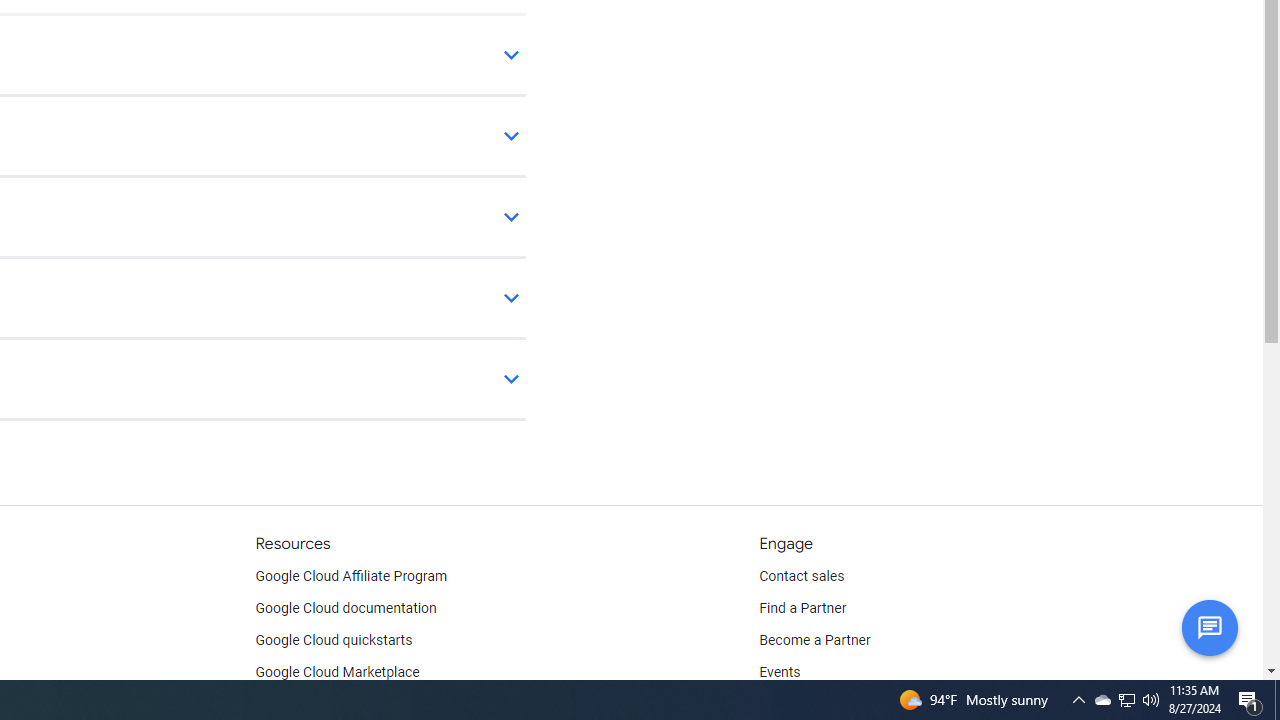 The image size is (1280, 720). Describe the element at coordinates (345, 608) in the screenshot. I see `'Google Cloud documentation'` at that location.